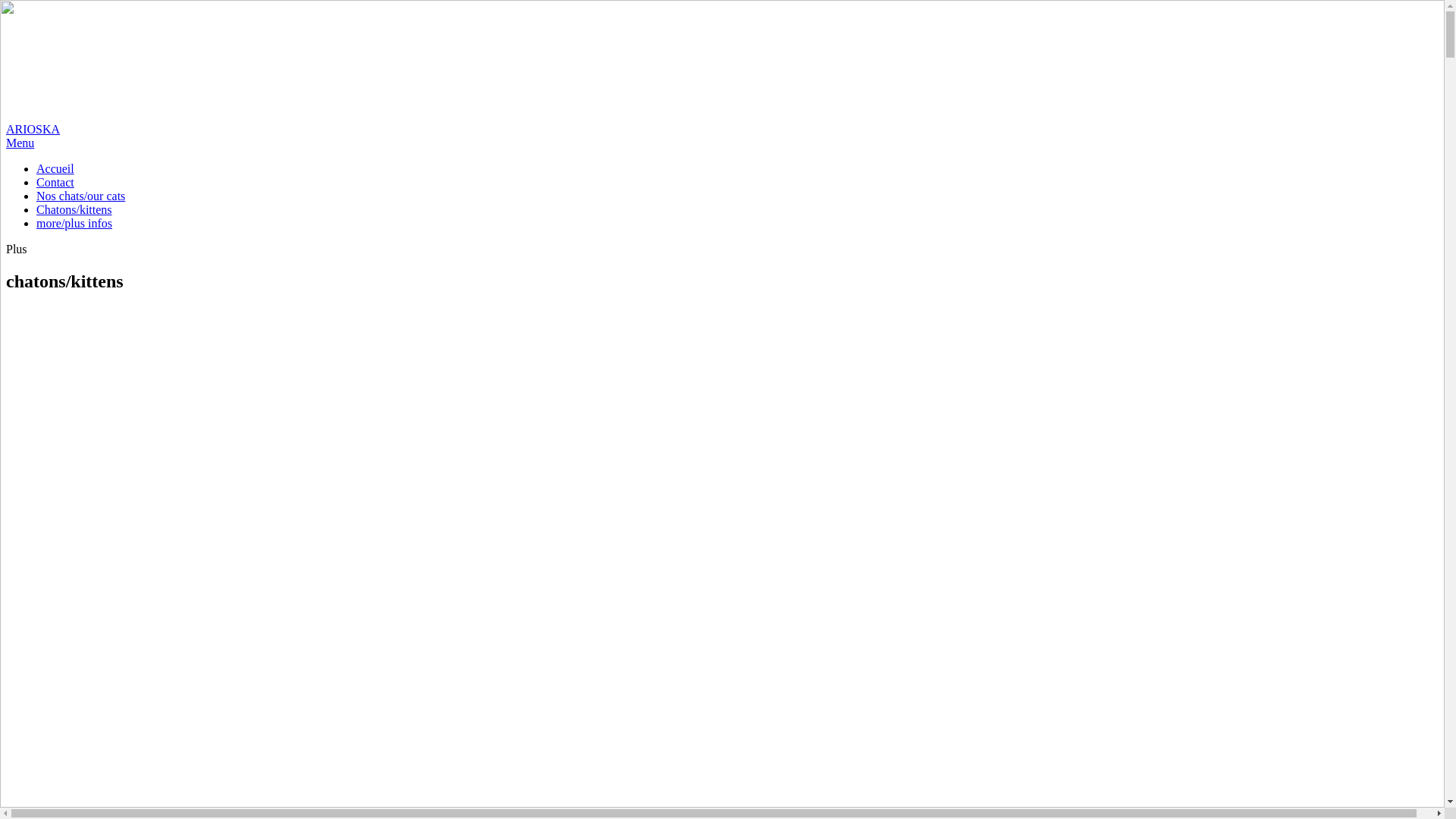  I want to click on 'Contact', so click(55, 181).